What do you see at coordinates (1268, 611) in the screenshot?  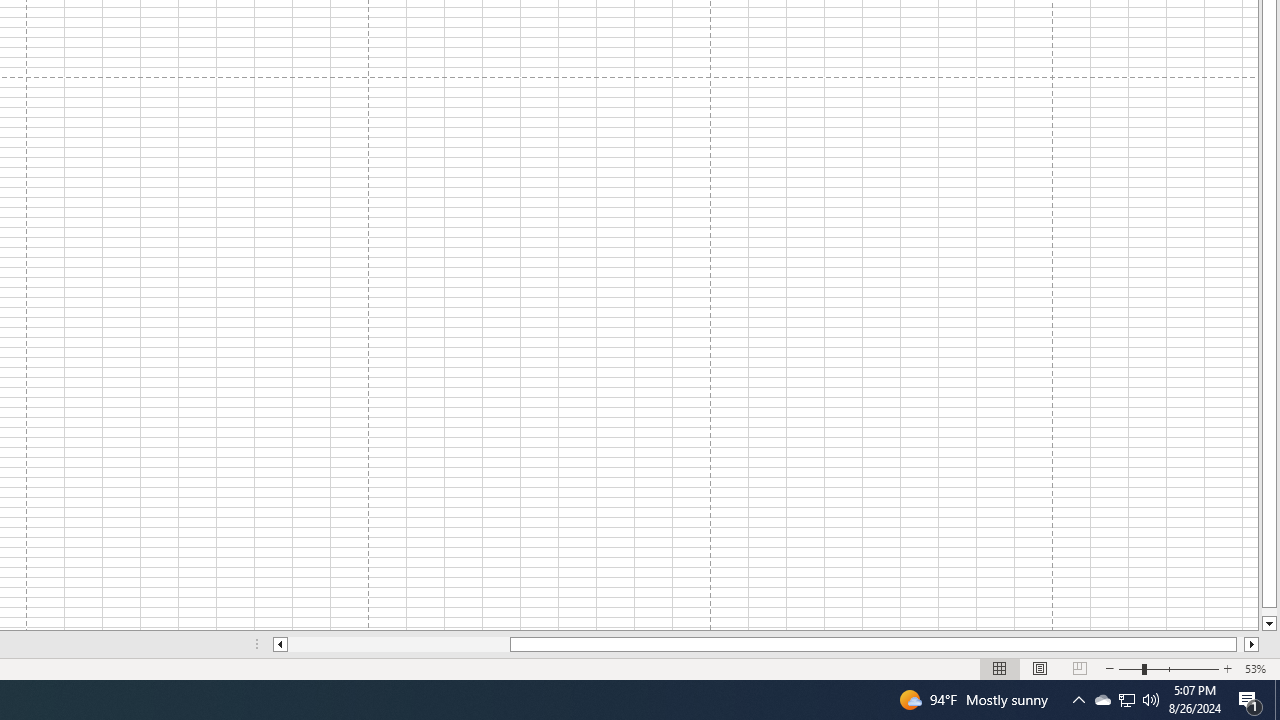 I see `'Page down'` at bounding box center [1268, 611].